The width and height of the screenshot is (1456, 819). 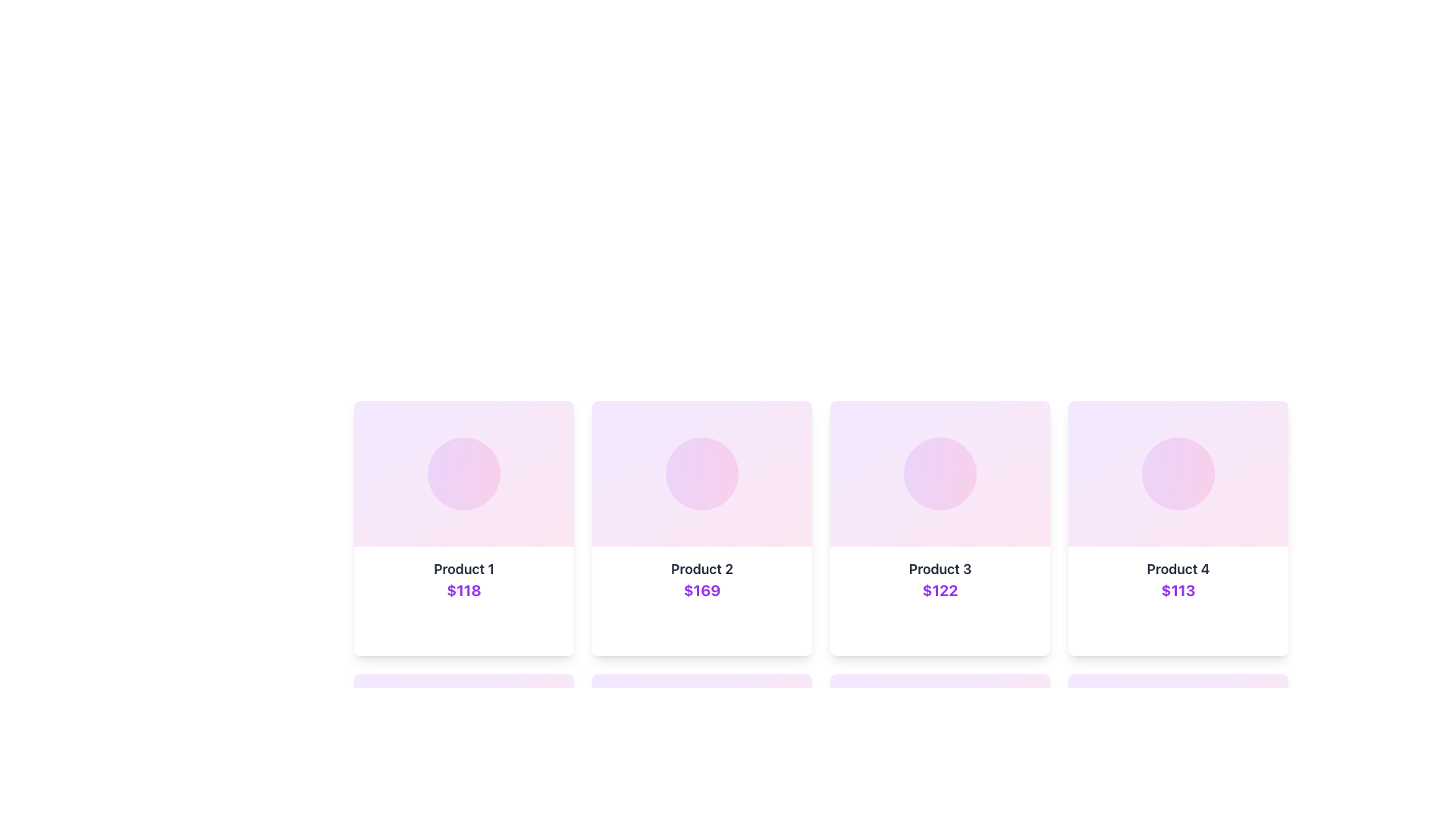 What do you see at coordinates (1161, 629) in the screenshot?
I see `the 'Add to Cart' button for 'Product 4', which is located at the bottom center of the product card priced at '$113'` at bounding box center [1161, 629].